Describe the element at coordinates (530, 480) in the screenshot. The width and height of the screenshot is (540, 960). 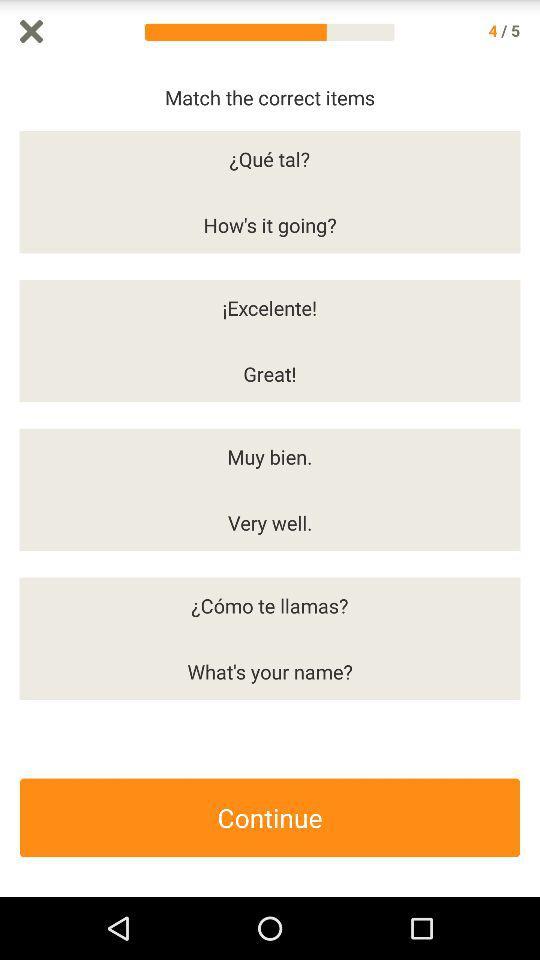
I see `the icon below 5` at that location.